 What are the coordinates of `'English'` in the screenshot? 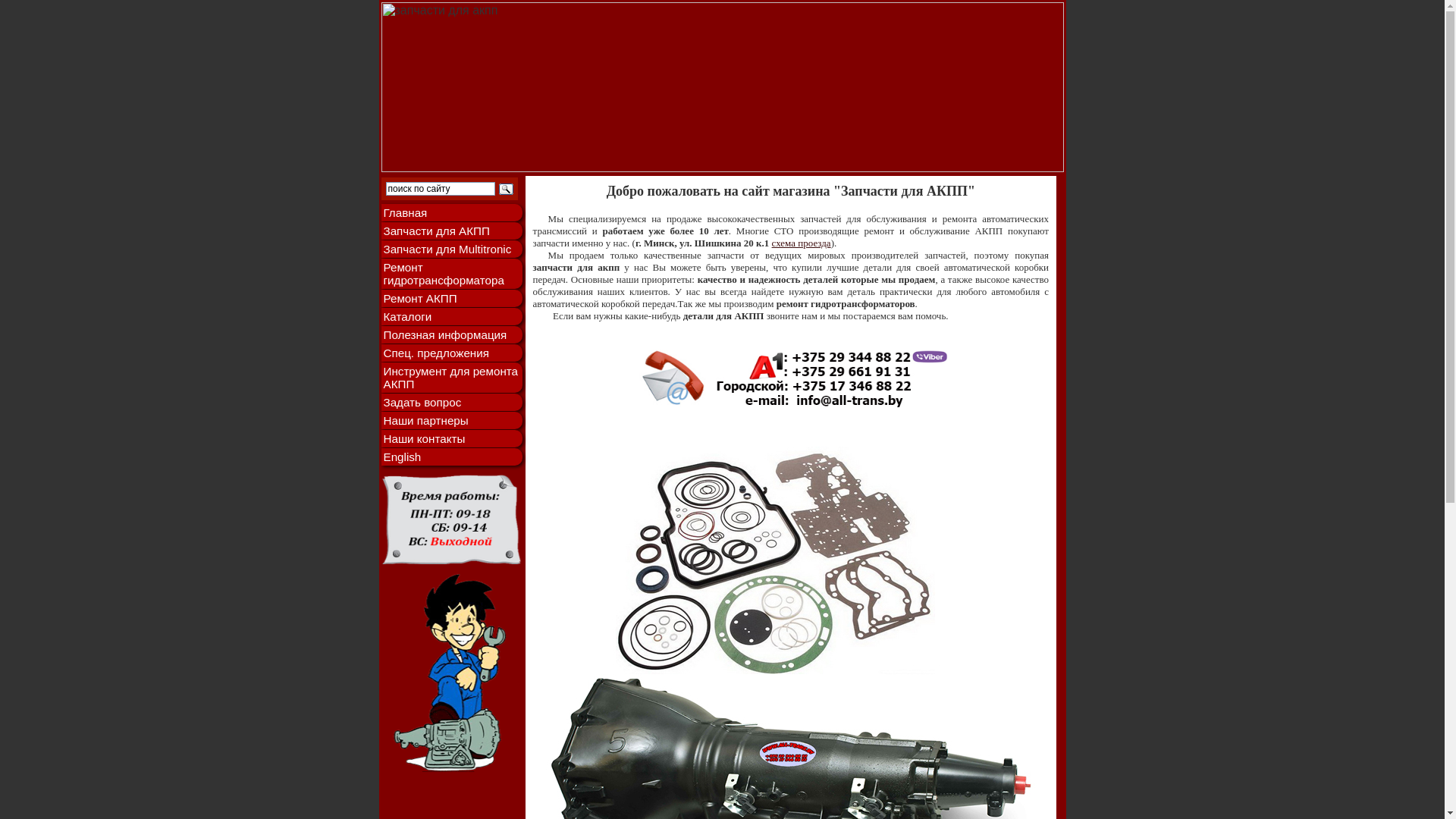 It's located at (381, 456).